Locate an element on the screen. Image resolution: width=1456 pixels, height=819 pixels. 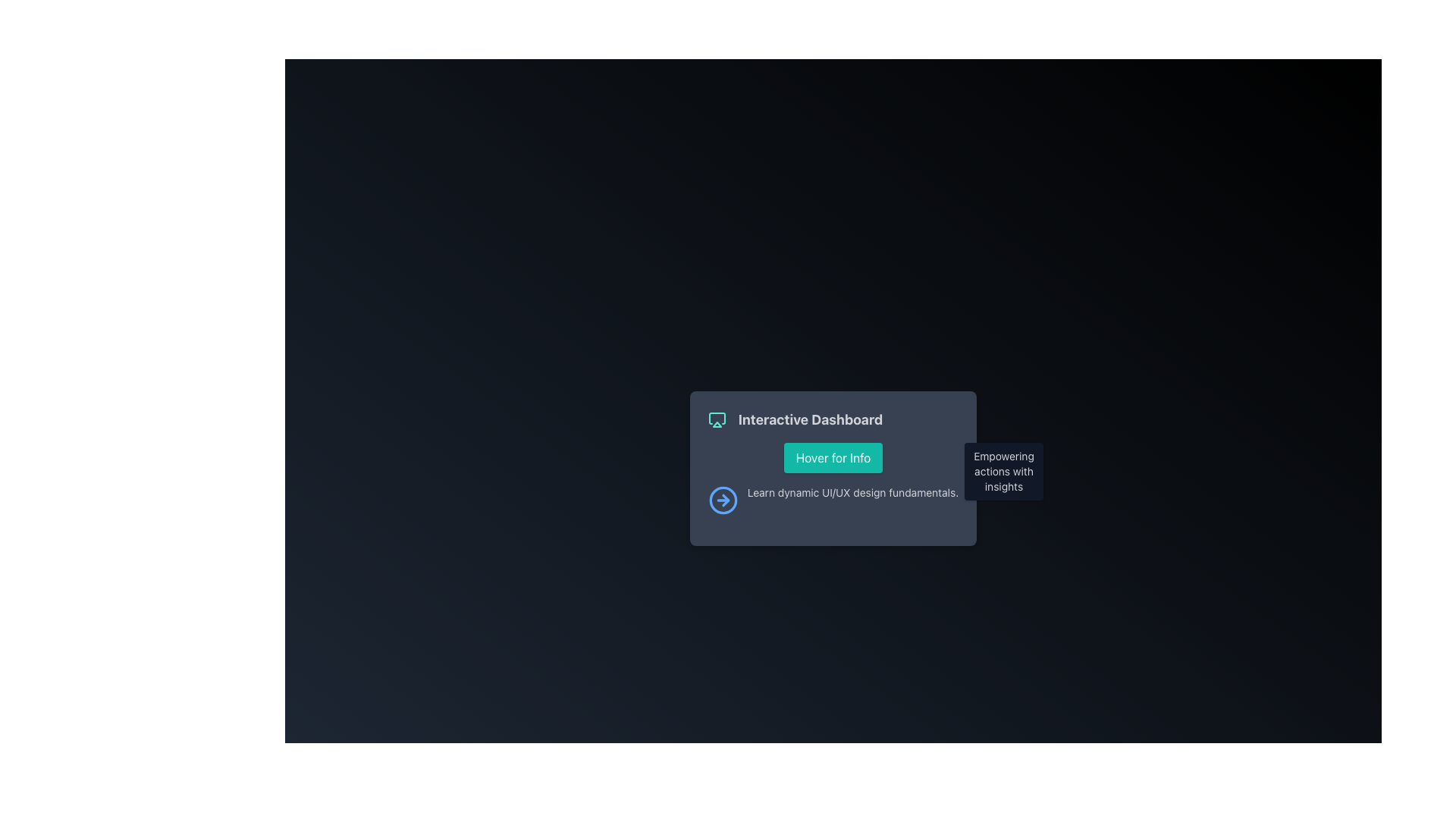
the label that serves as the title for the section, positioned above 'Hover for Info' and 'Learn dynamic UI/UX design fundamentals', with an icon to its left is located at coordinates (833, 420).